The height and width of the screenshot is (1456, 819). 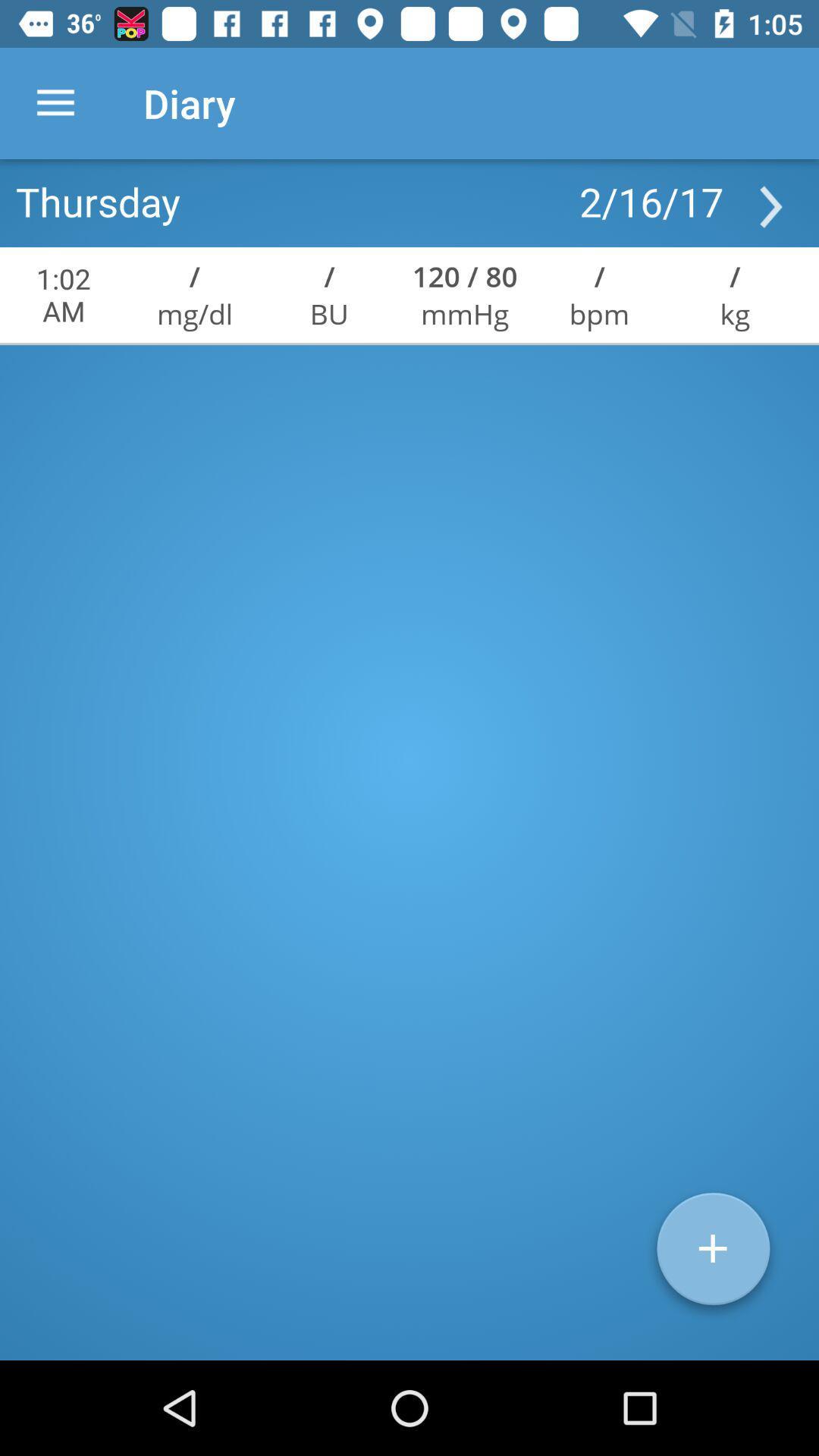 I want to click on icon below the / item, so click(x=598, y=312).